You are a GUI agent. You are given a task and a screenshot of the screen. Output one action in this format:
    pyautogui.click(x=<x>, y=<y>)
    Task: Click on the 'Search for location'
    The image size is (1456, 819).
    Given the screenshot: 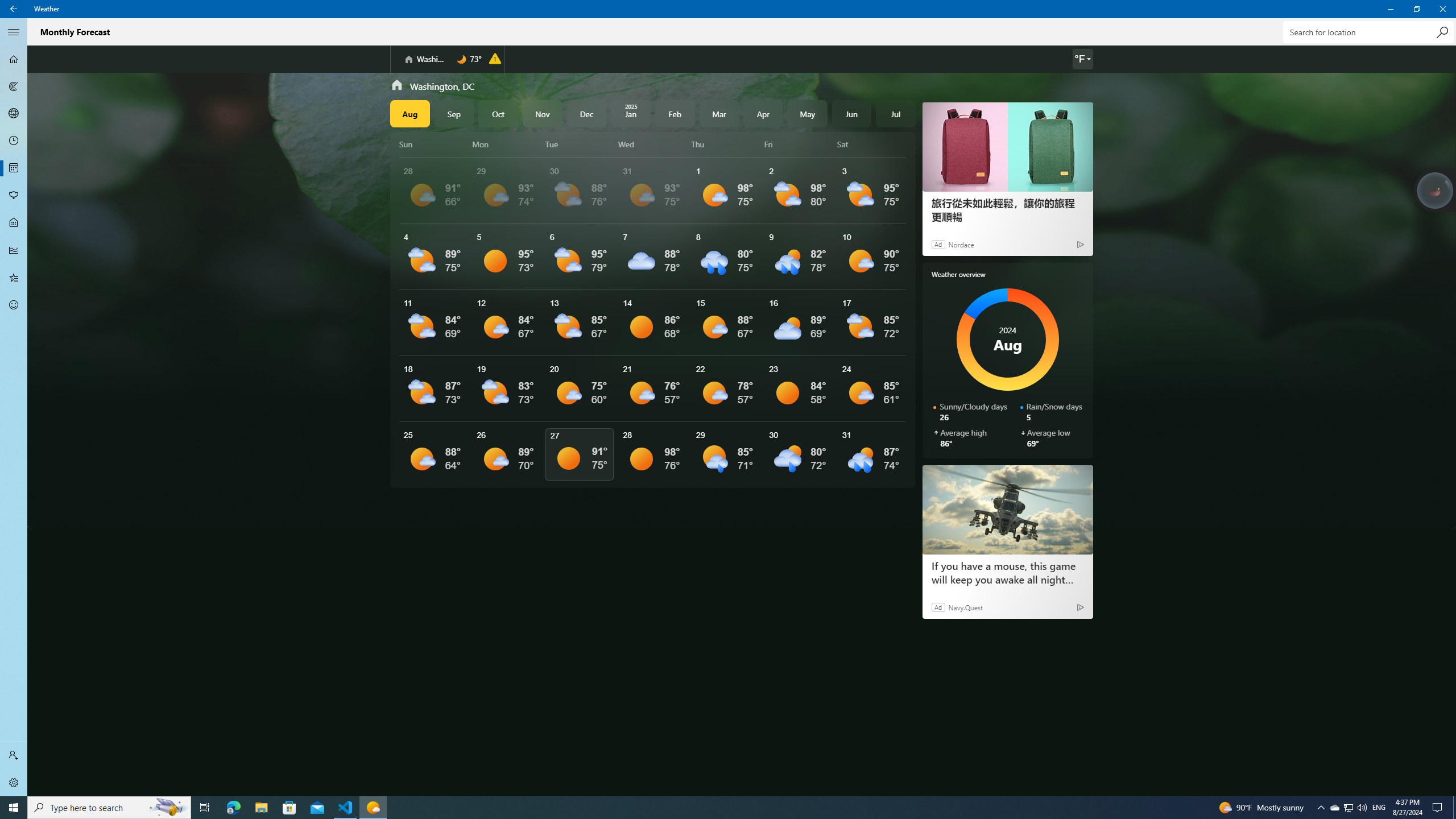 What is the action you would take?
    pyautogui.click(x=1368, y=31)
    